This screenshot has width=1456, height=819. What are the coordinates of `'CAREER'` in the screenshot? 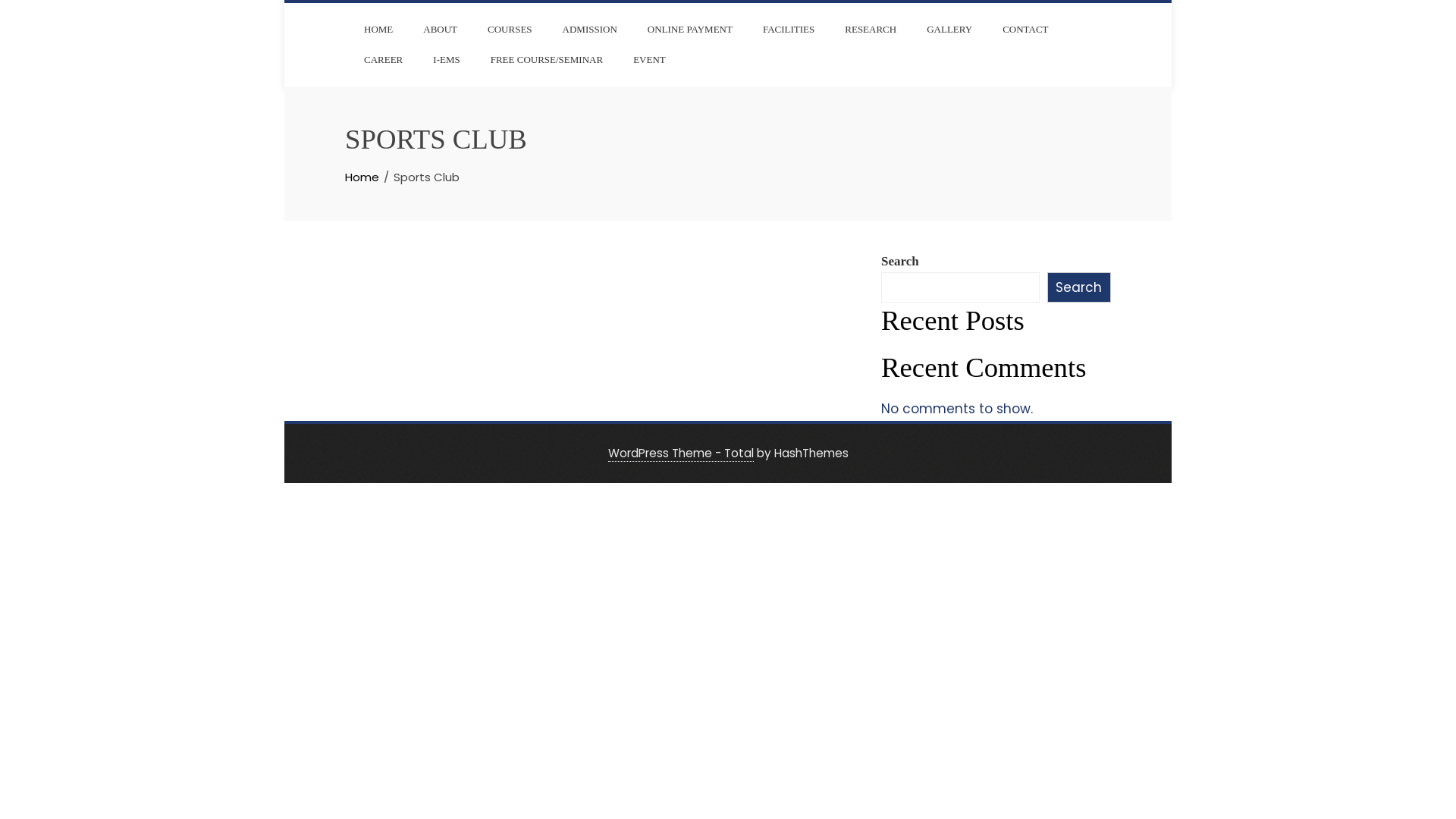 It's located at (383, 58).